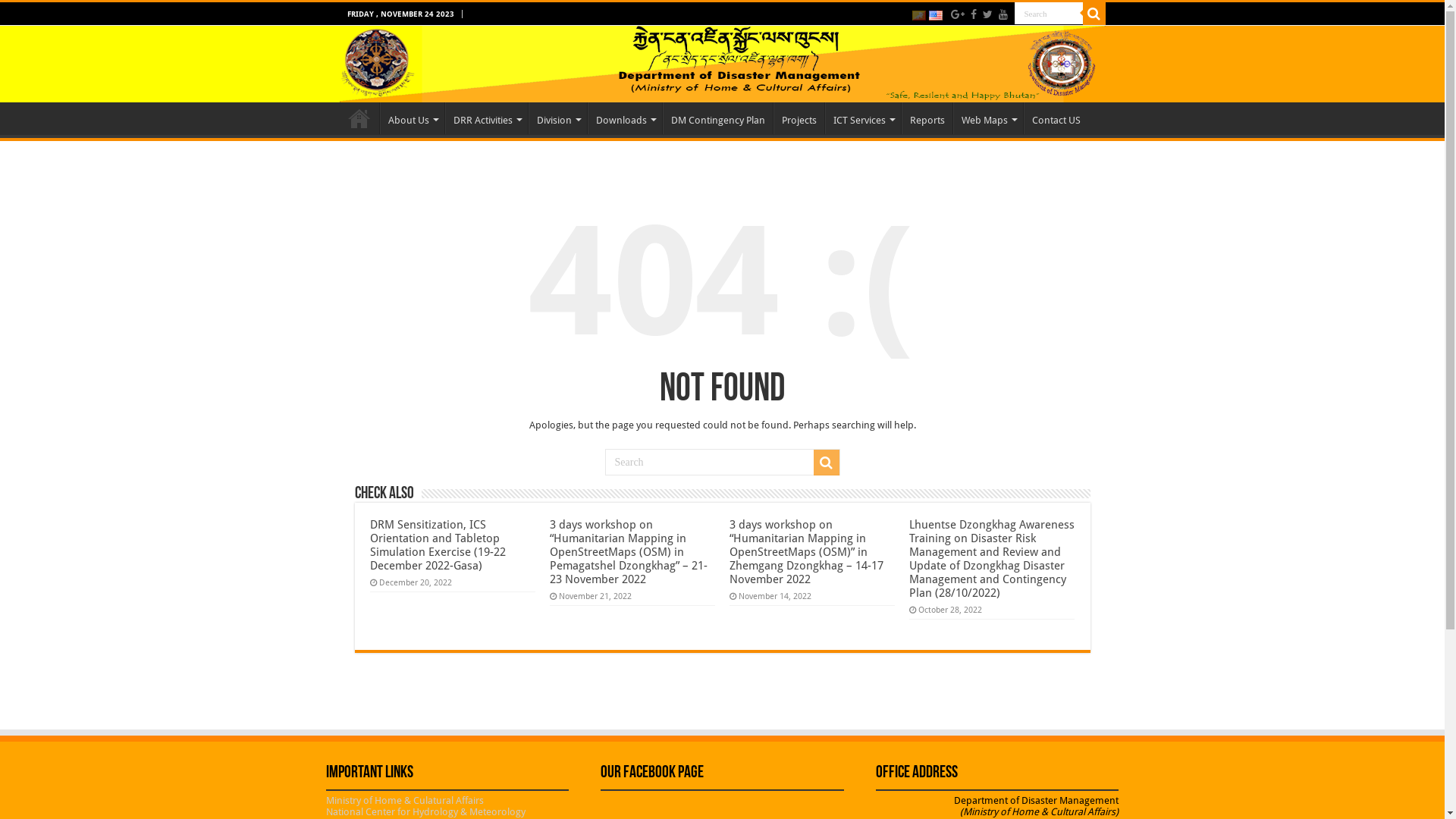 The image size is (1456, 819). Describe the element at coordinates (968, 14) in the screenshot. I see `'Facebook'` at that location.